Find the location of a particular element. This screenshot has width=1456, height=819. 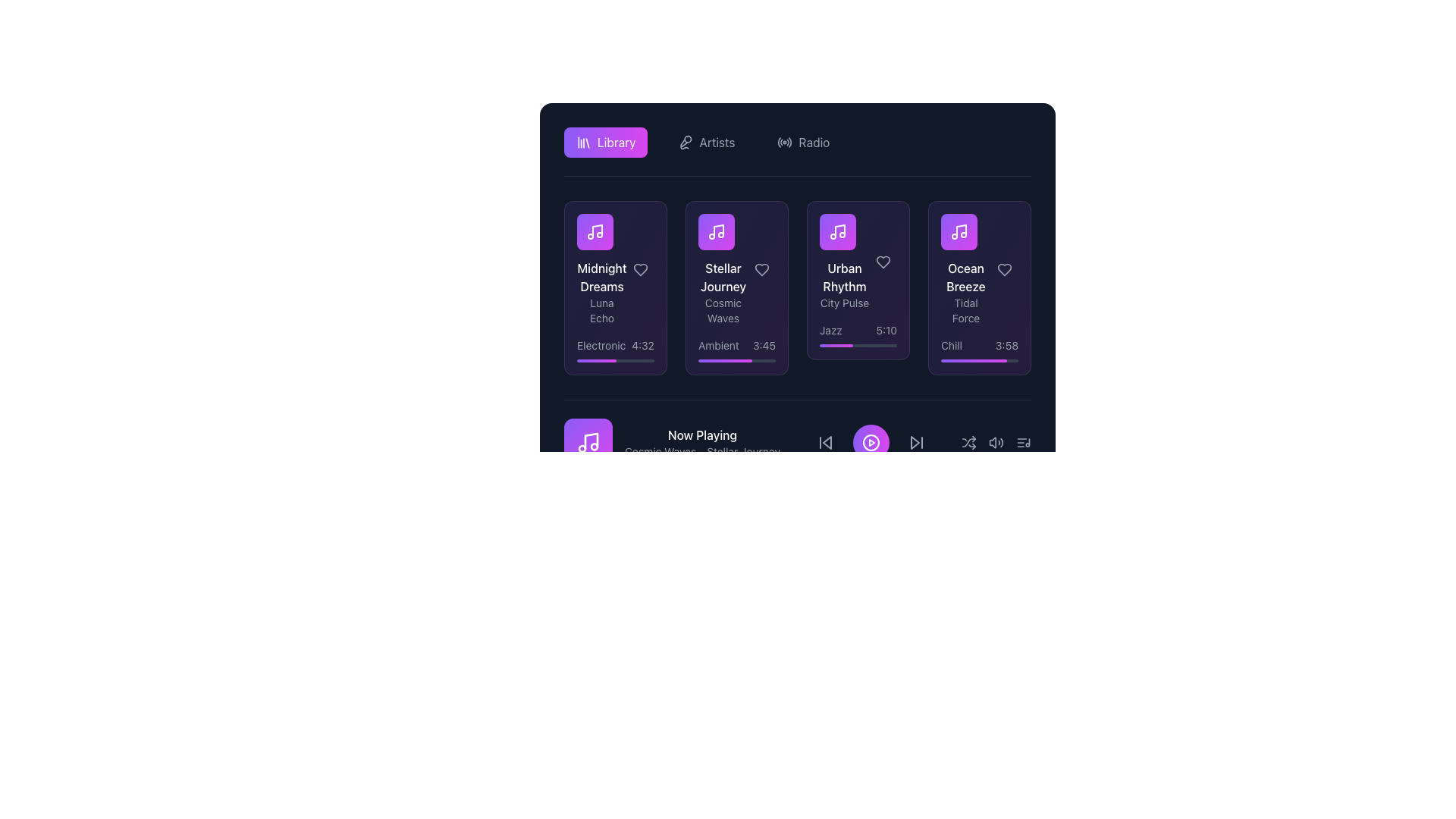

the label displaying '3:45' in a light-colored, sans-serif font located in the bottom-right corner of the 'Stellar Journey' music card is located at coordinates (764, 345).